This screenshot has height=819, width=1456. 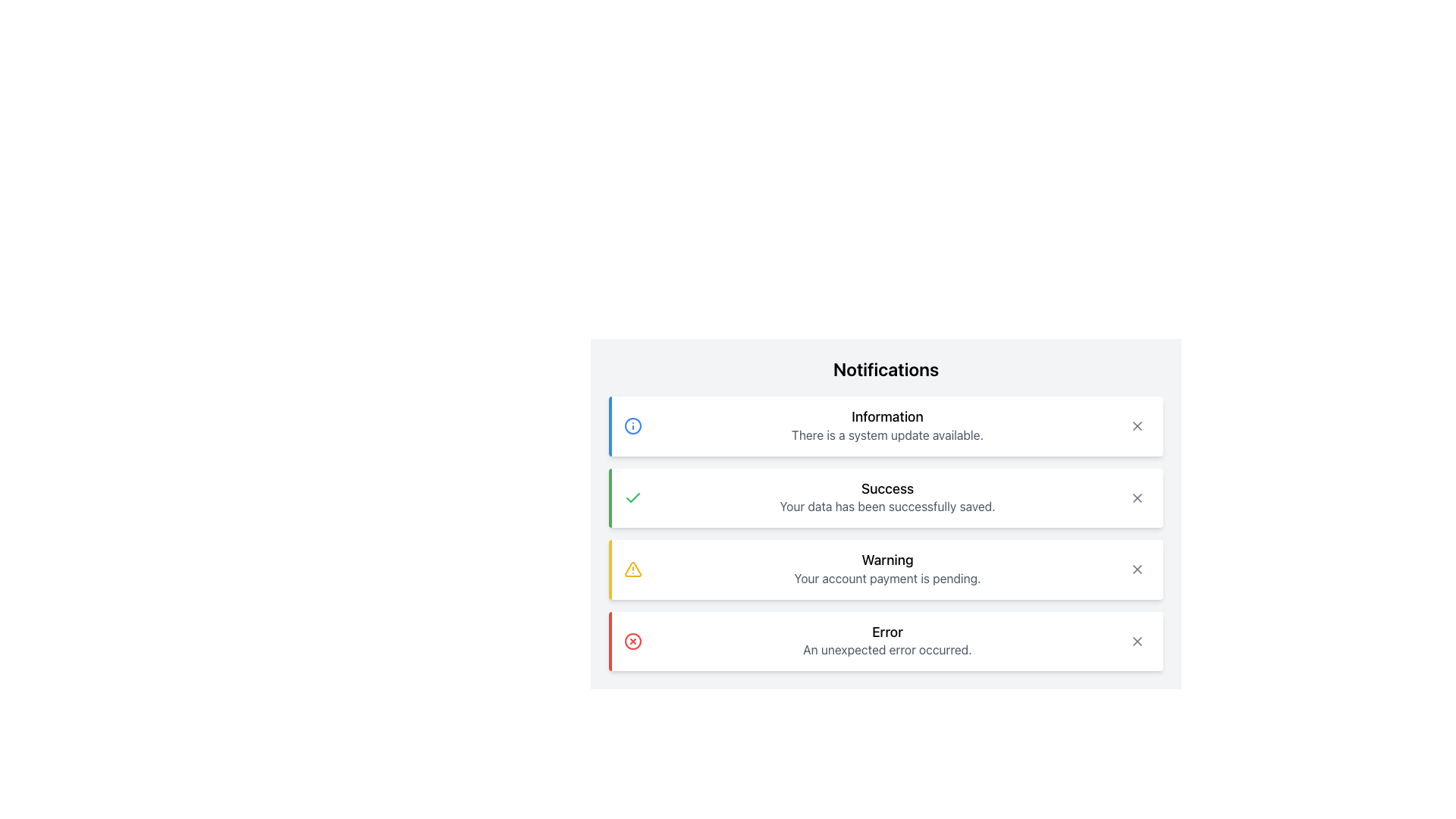 What do you see at coordinates (633, 426) in the screenshot?
I see `the informational icon located in the upper left part of the first notification card labeled 'Information'` at bounding box center [633, 426].